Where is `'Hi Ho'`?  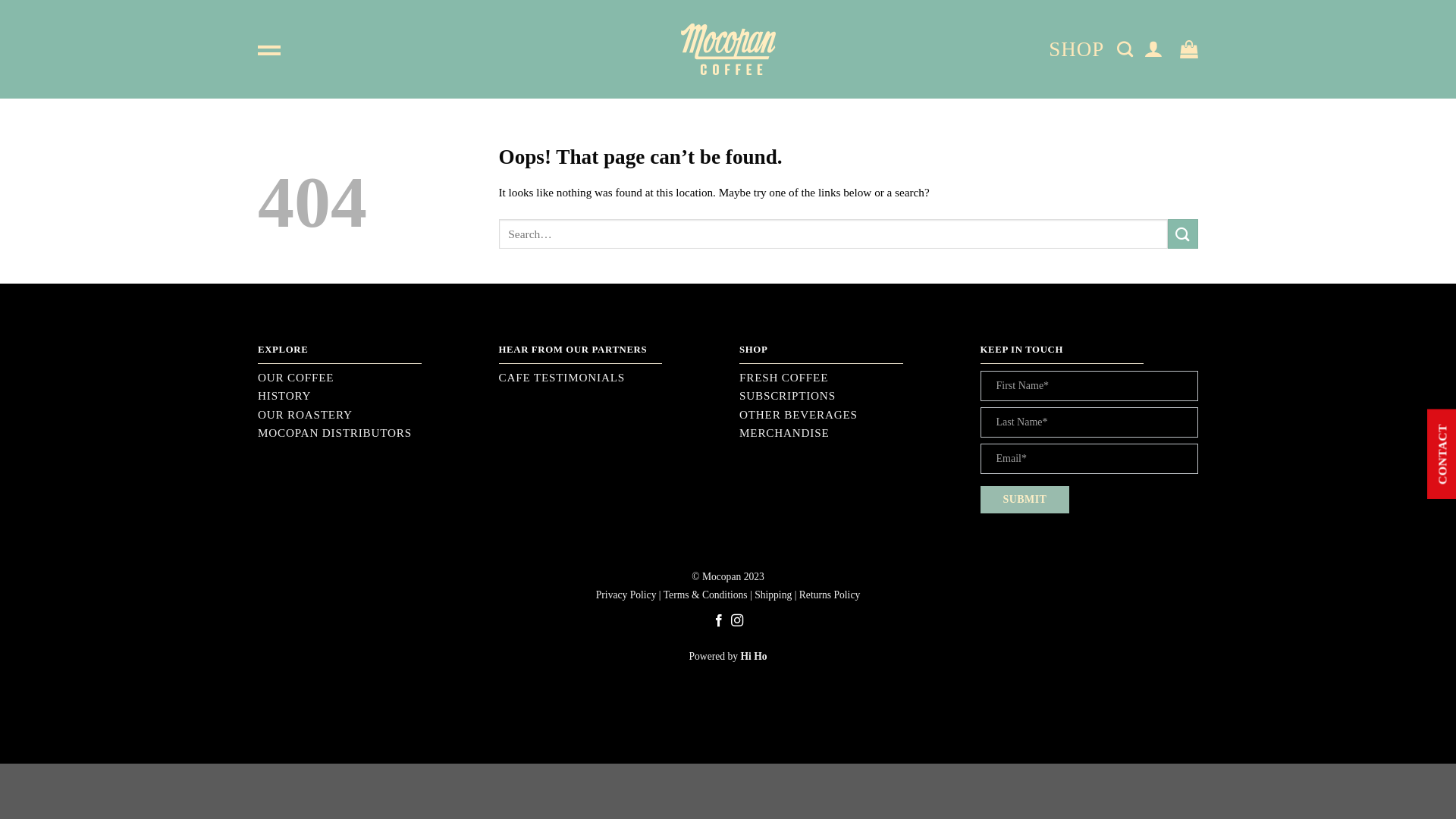
'Hi Ho' is located at coordinates (753, 655).